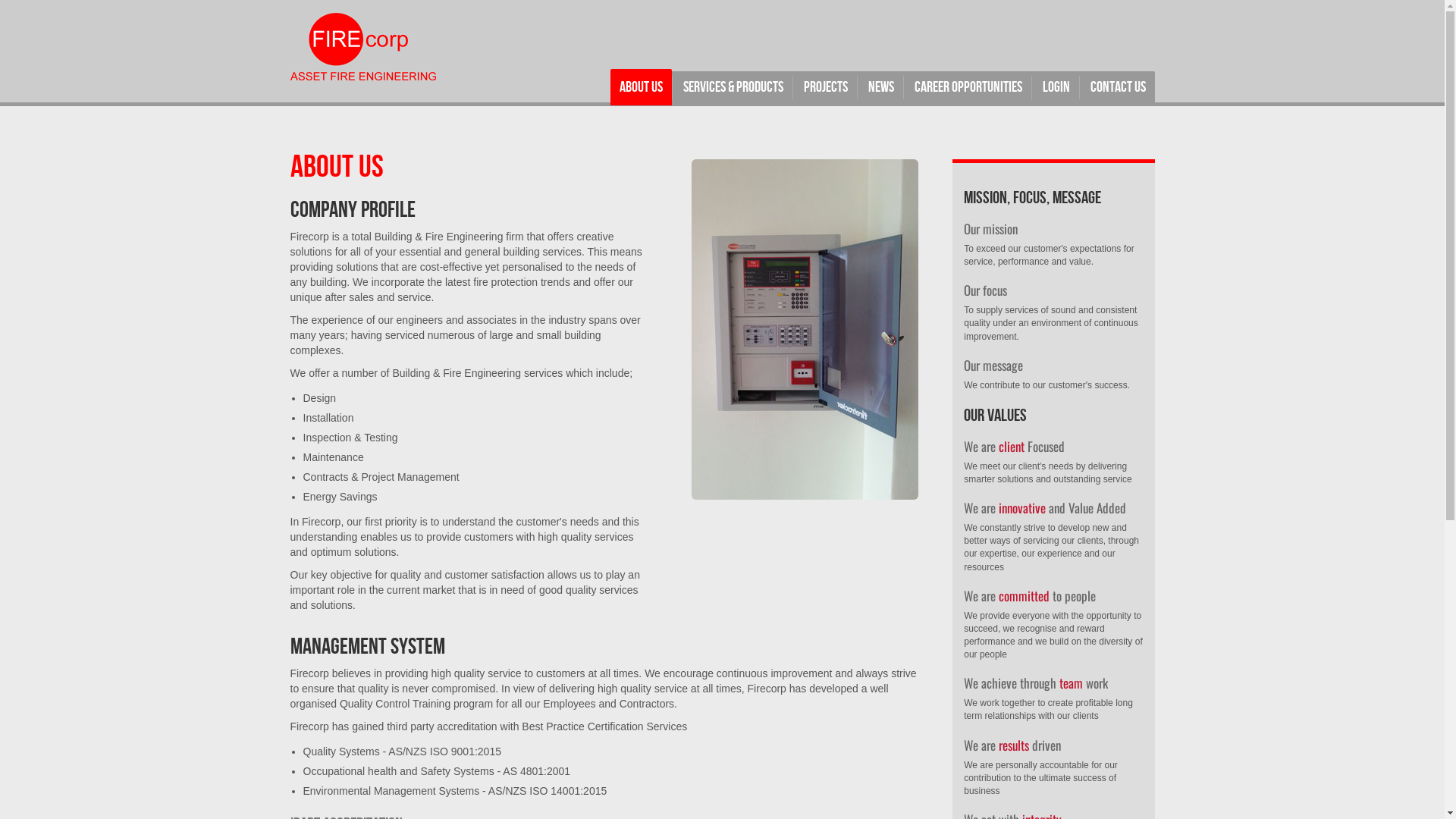 This screenshot has height=819, width=1456. I want to click on 'ABOUT US', so click(640, 87).